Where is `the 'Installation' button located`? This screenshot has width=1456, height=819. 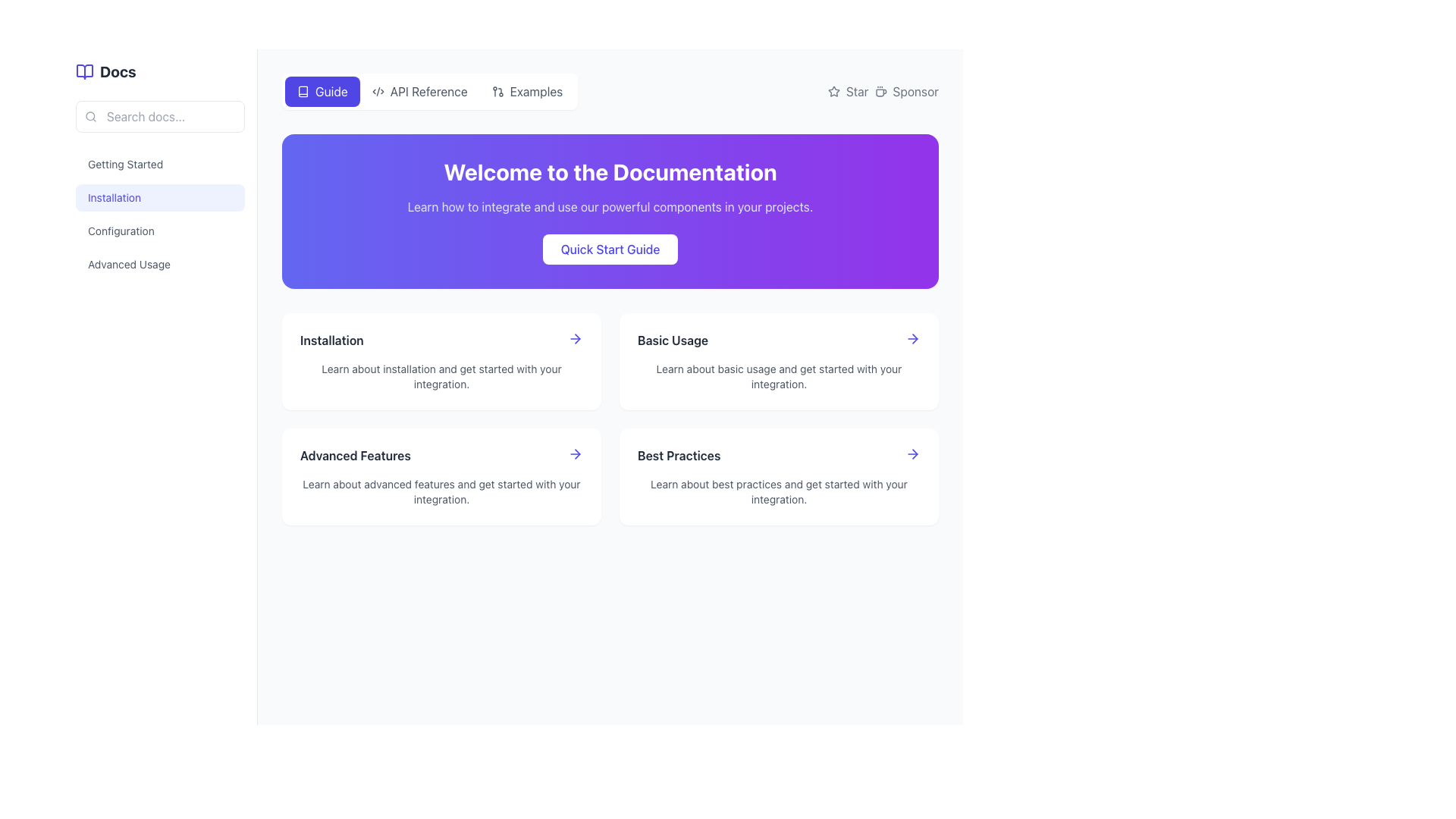 the 'Installation' button located is located at coordinates (160, 197).